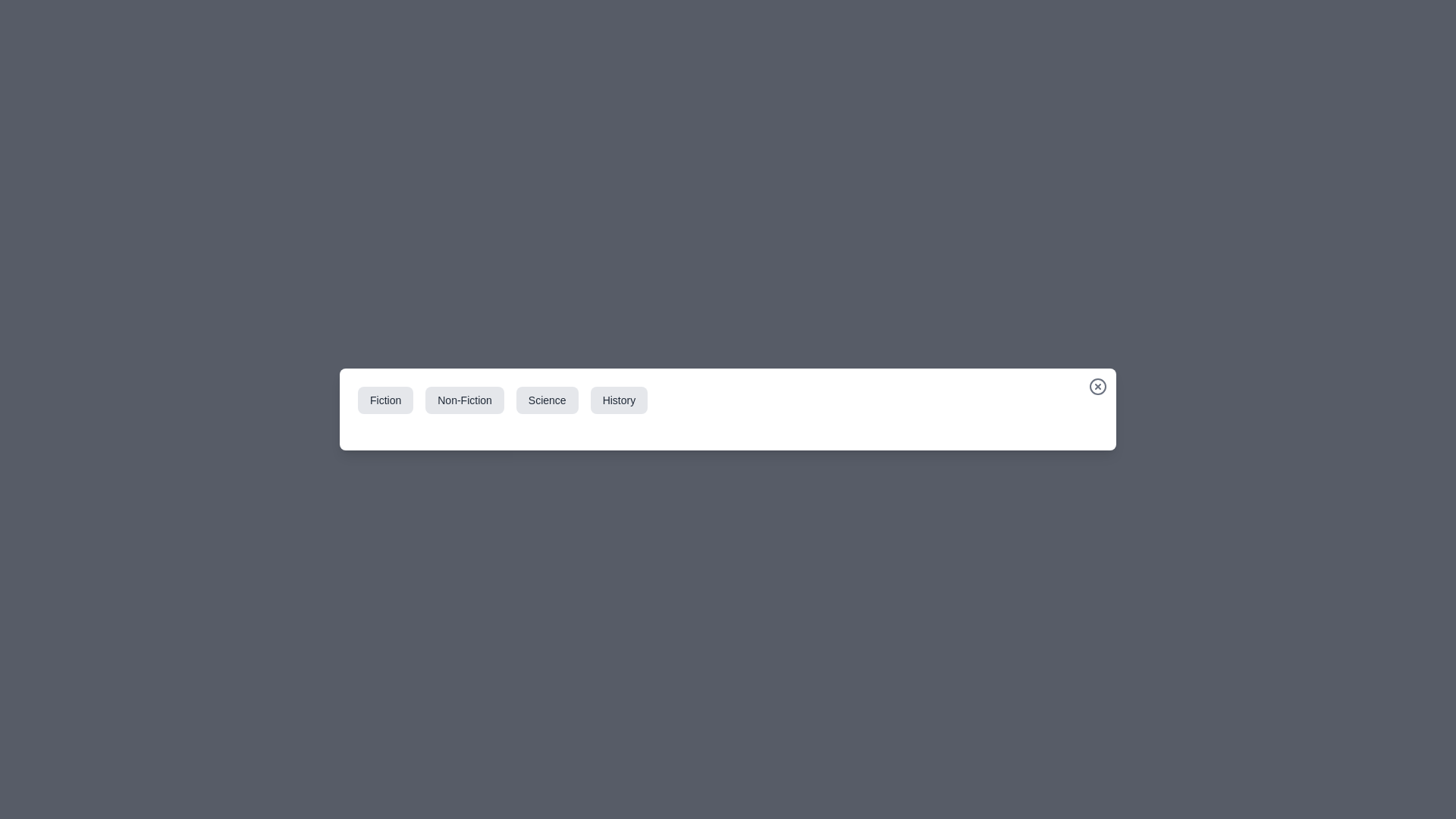 The width and height of the screenshot is (1456, 819). Describe the element at coordinates (546, 400) in the screenshot. I see `the Science tab to preview its hover effect` at that location.